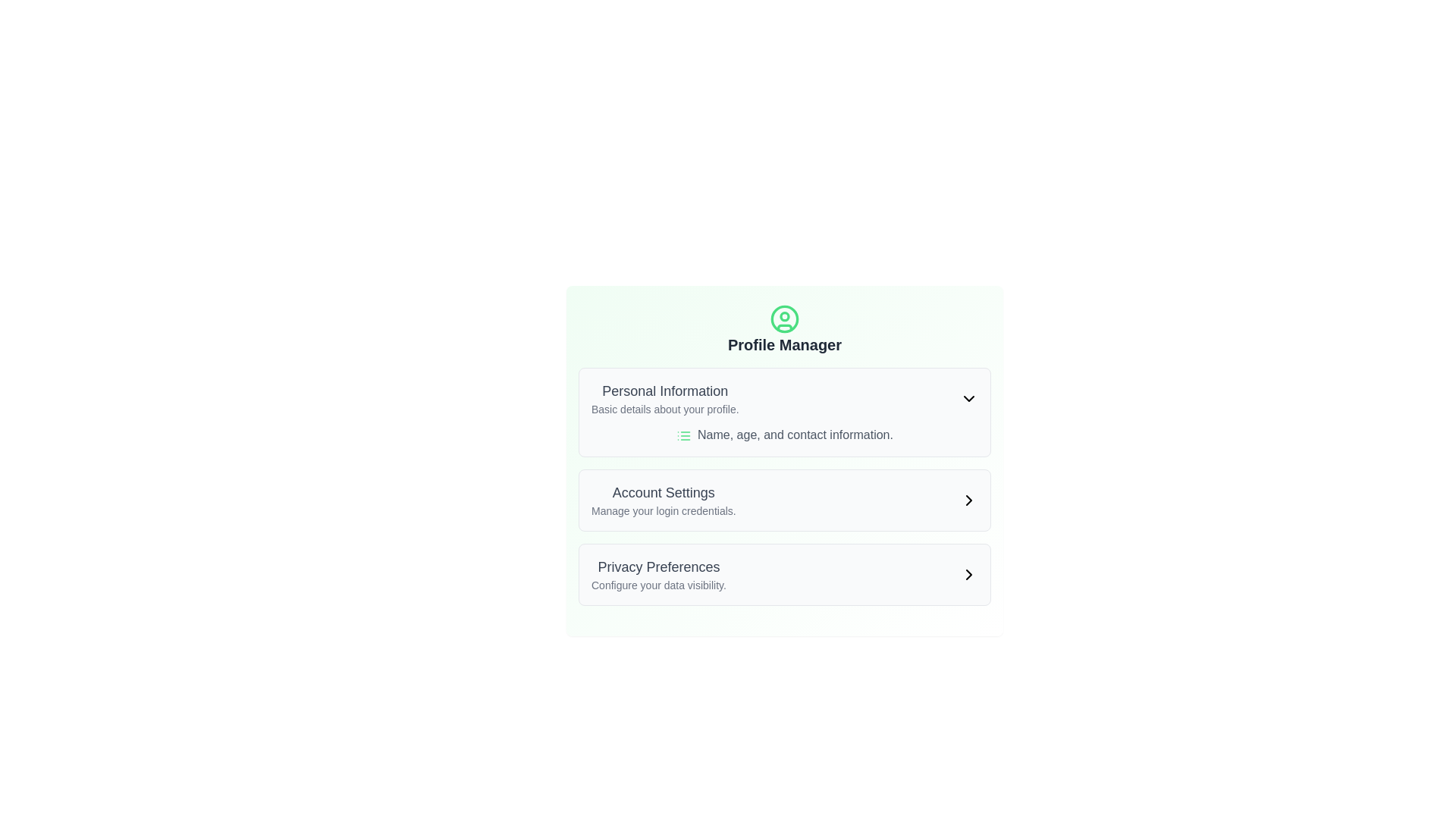 Image resolution: width=1456 pixels, height=819 pixels. Describe the element at coordinates (785, 318) in the screenshot. I see `the circular user icon with a green outline located above the 'Profile Manager' header` at that location.